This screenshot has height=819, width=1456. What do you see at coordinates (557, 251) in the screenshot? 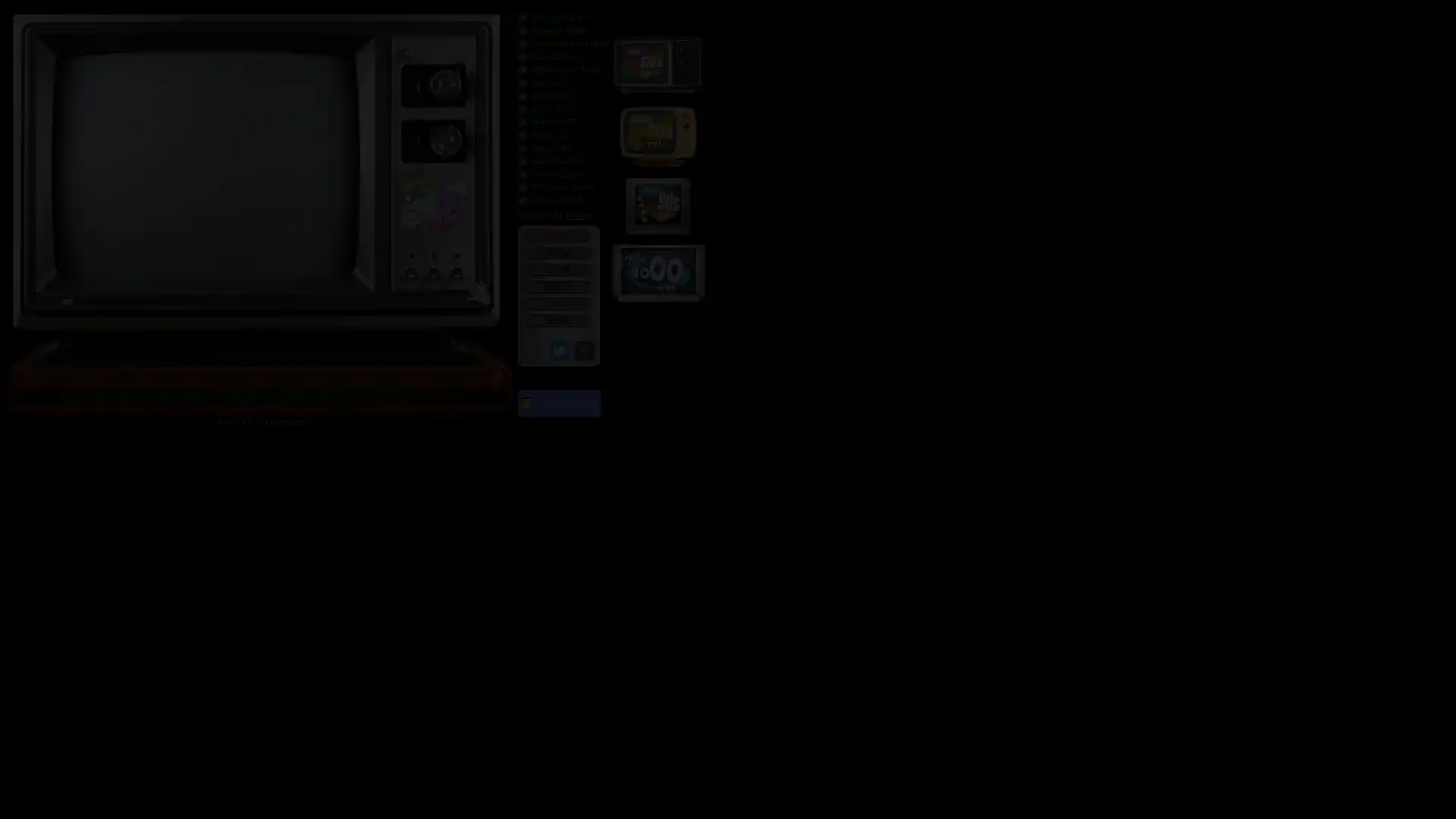
I see `CH` at bounding box center [557, 251].